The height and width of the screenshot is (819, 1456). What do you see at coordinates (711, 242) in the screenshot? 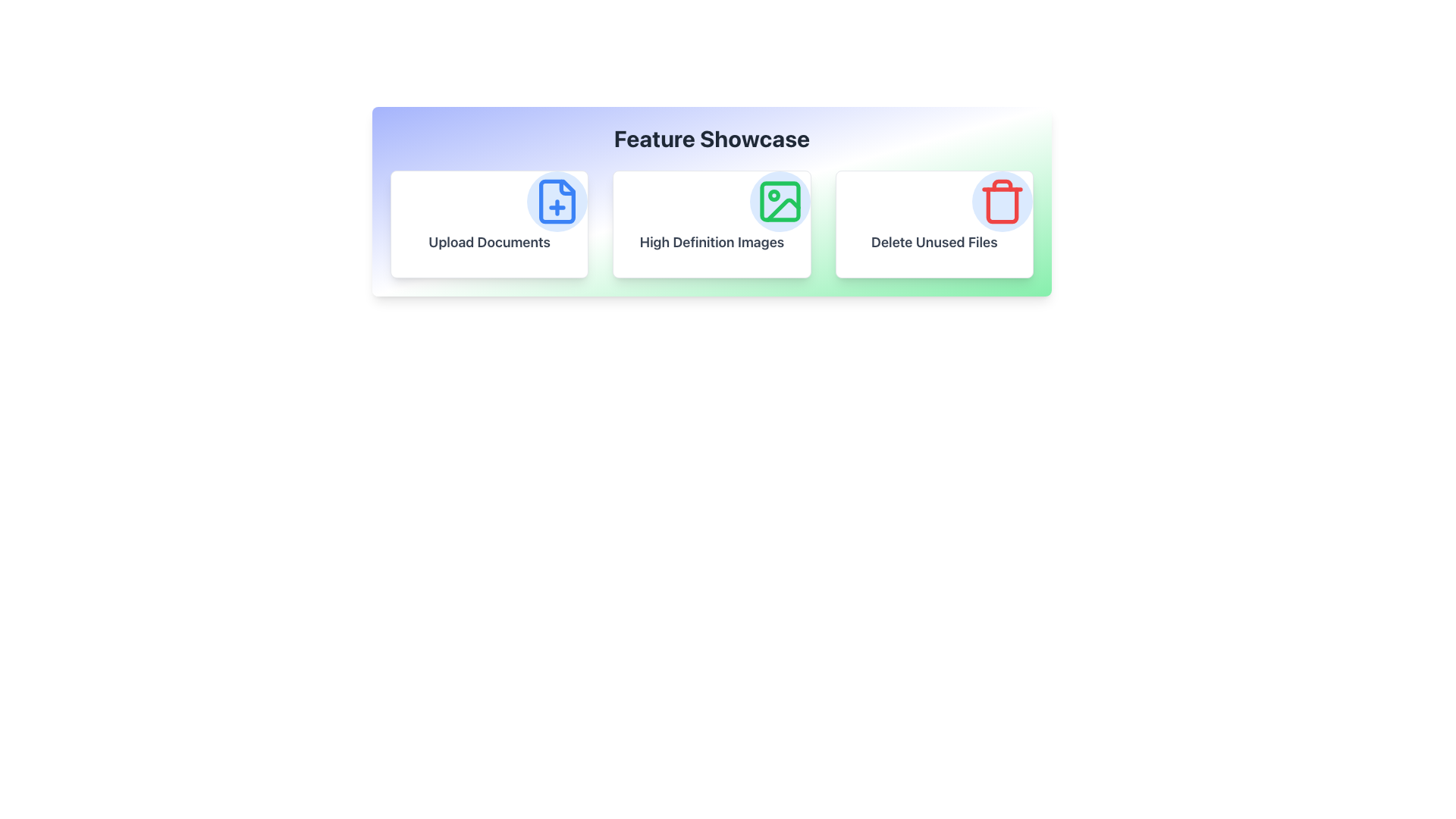
I see `the Text label that describes the feature related to high definition images, located below the image icon within a centered card in the middle column` at bounding box center [711, 242].